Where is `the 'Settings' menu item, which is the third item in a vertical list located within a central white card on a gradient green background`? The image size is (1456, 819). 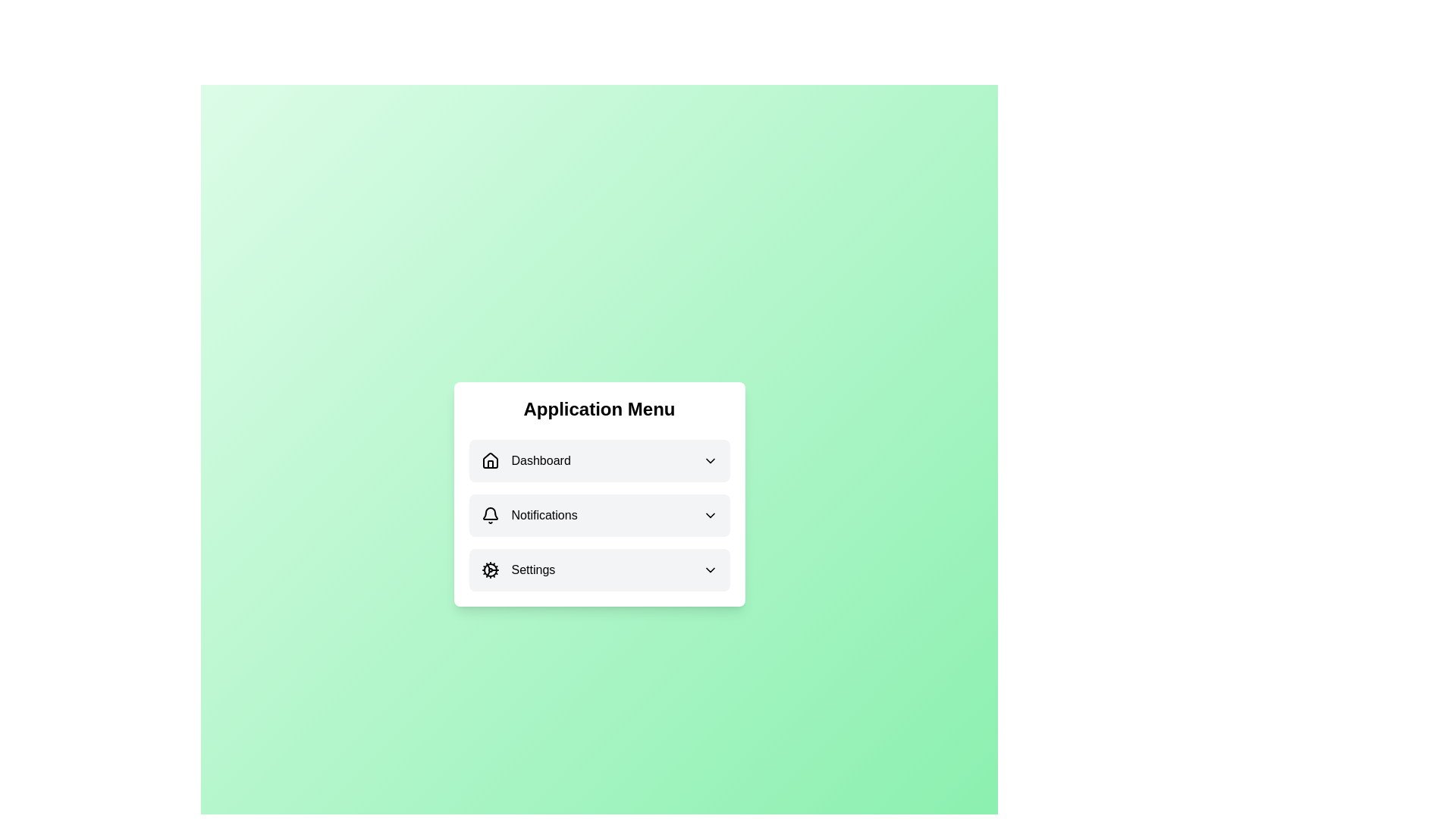 the 'Settings' menu item, which is the third item in a vertical list located within a central white card on a gradient green background is located at coordinates (598, 570).